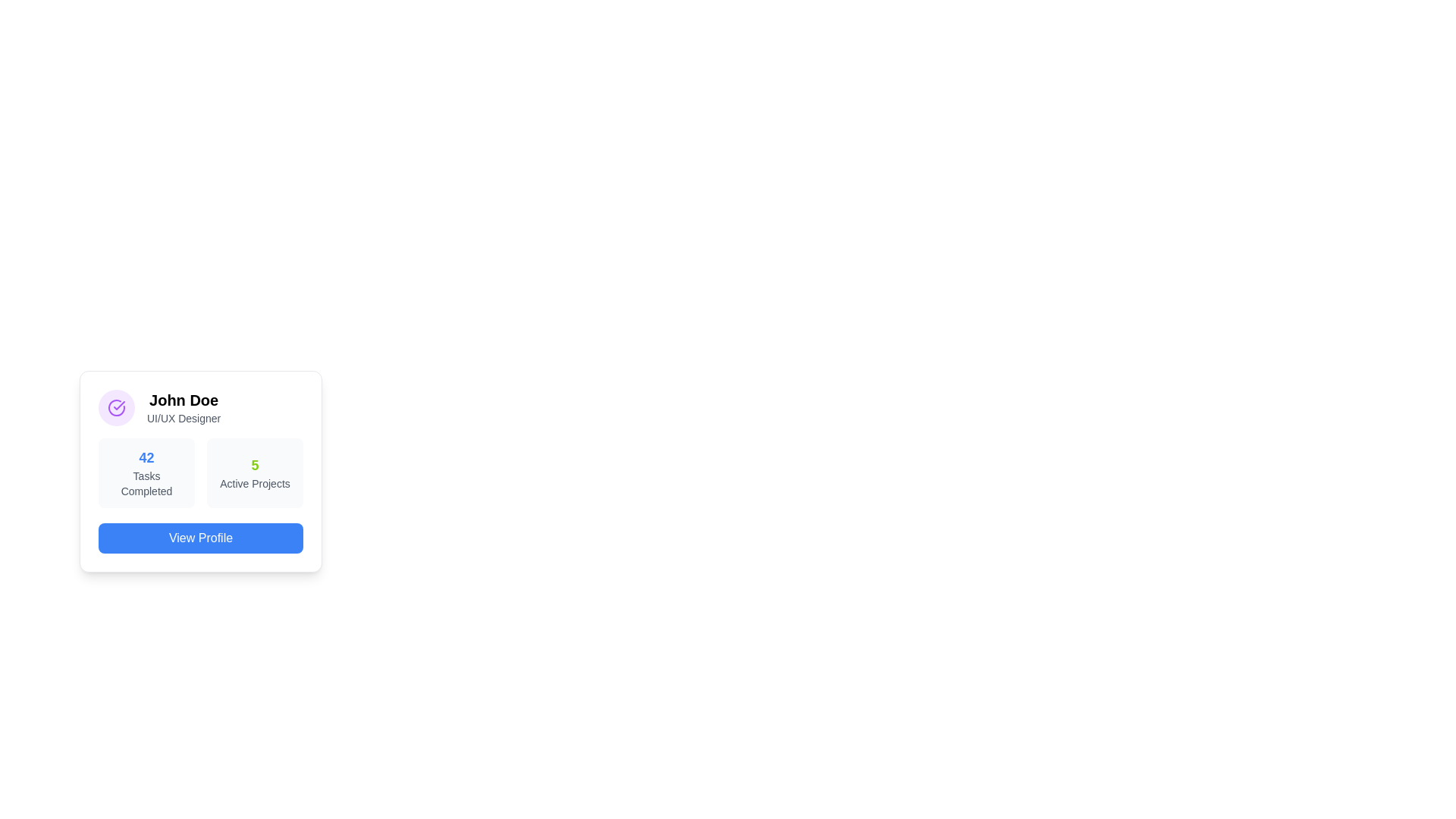  I want to click on the Information Display Panel that shows a large green number '5' and the text 'Active Projects' inside a light gray rectangular area with rounded corners, so click(255, 472).